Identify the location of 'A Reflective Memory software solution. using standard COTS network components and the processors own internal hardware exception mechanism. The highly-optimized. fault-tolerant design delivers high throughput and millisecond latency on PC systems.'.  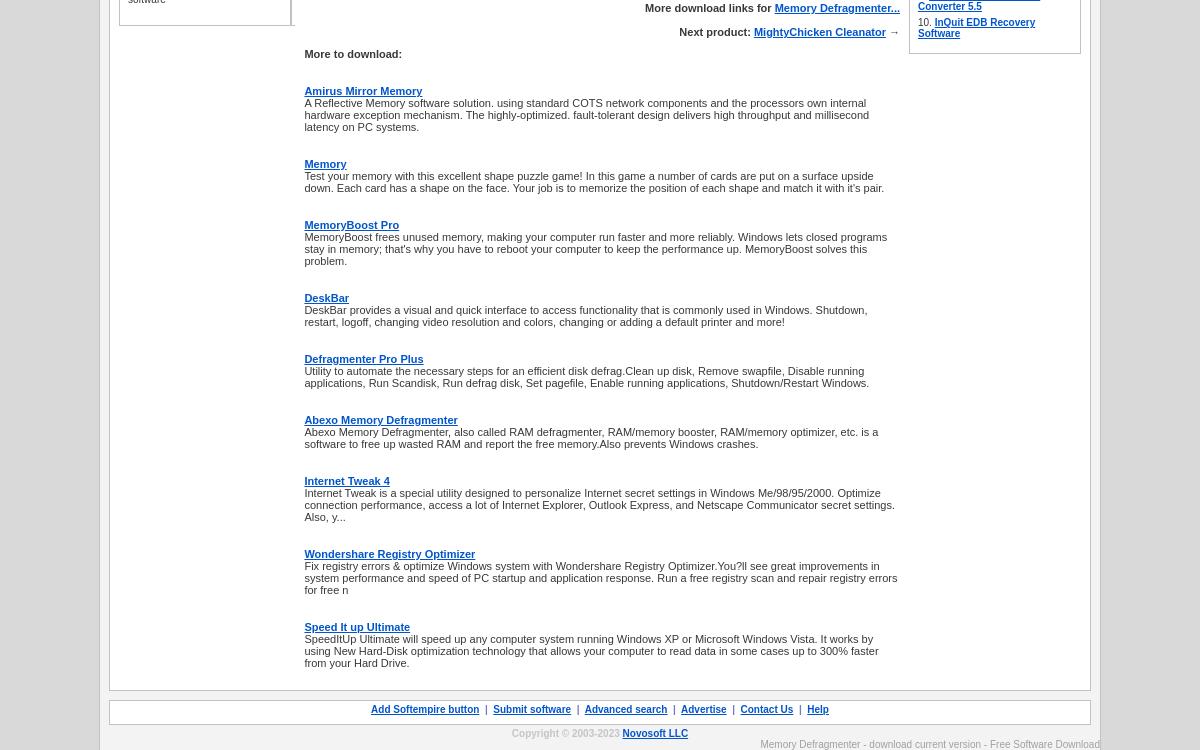
(585, 113).